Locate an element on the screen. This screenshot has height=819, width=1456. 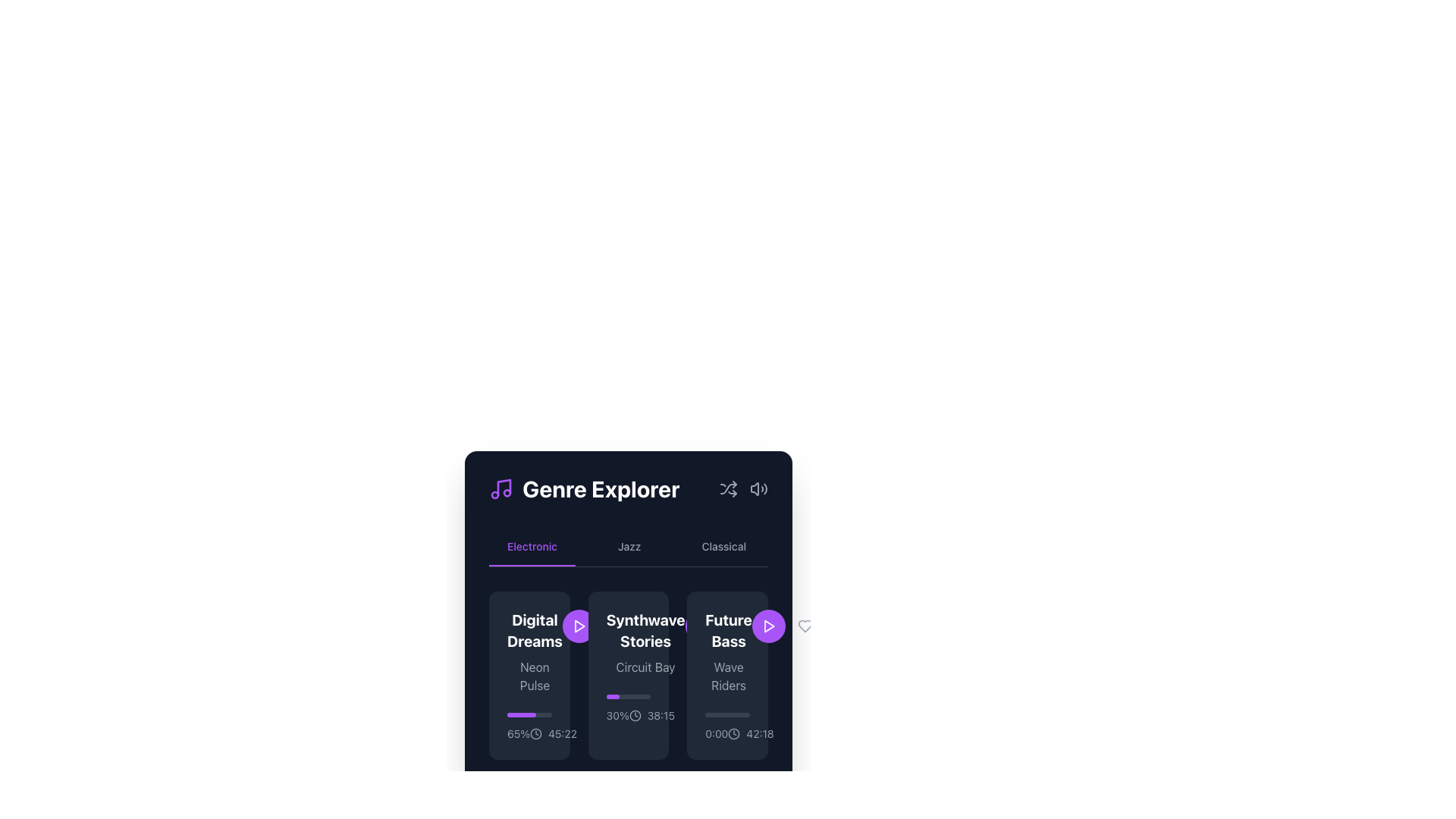
the Text Label with Icon that displays the time markers '0:00' and '42:18' below the audio progress bar in the 'Future Bass' genre card in the 'Genre Explorer' section is located at coordinates (726, 733).